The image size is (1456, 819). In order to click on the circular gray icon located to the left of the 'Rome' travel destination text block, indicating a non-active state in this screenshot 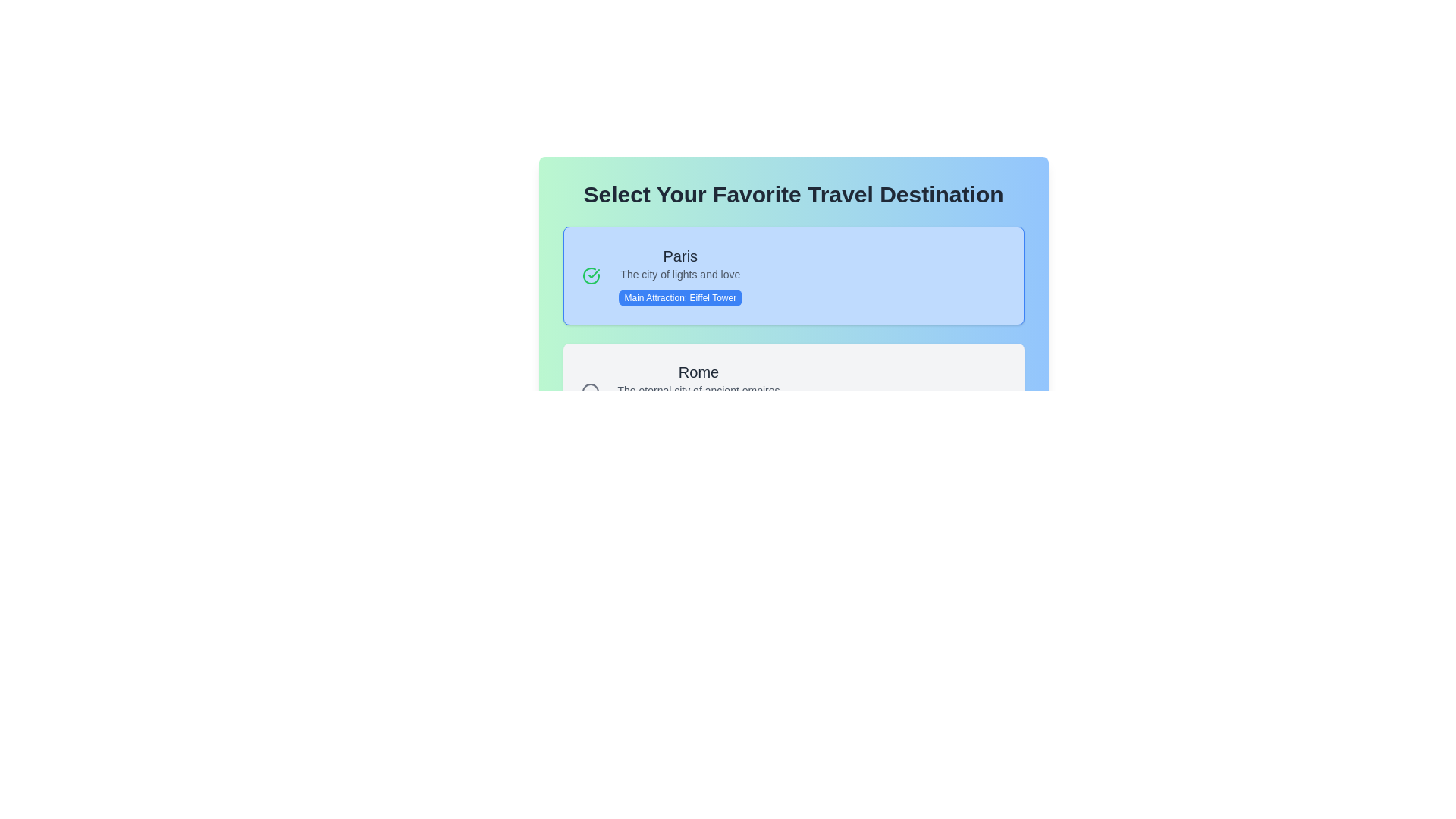, I will do `click(589, 391)`.